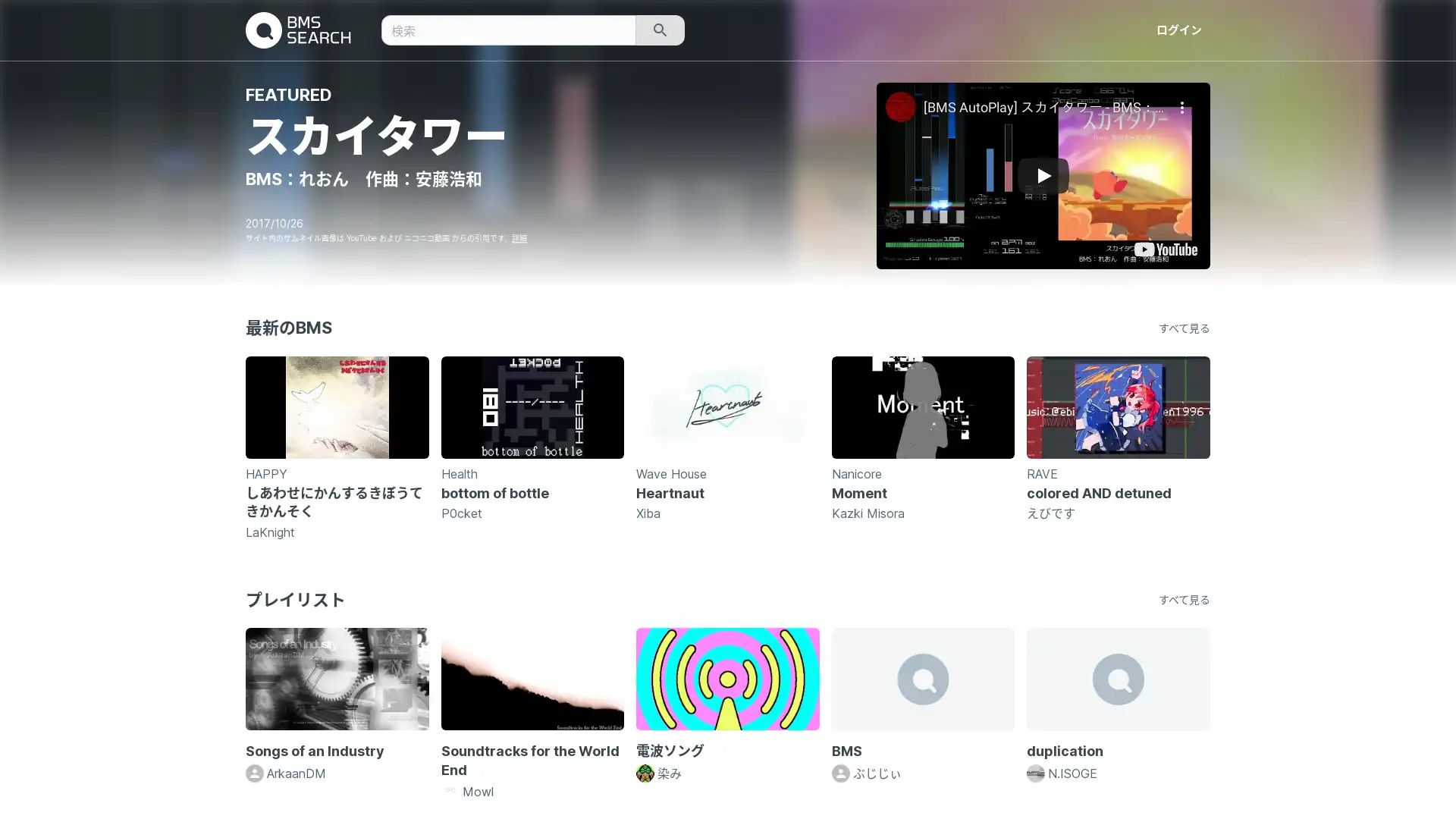 The image size is (1456, 819). Describe the element at coordinates (922, 447) in the screenshot. I see `Nanicore Moment Kazki Misora` at that location.